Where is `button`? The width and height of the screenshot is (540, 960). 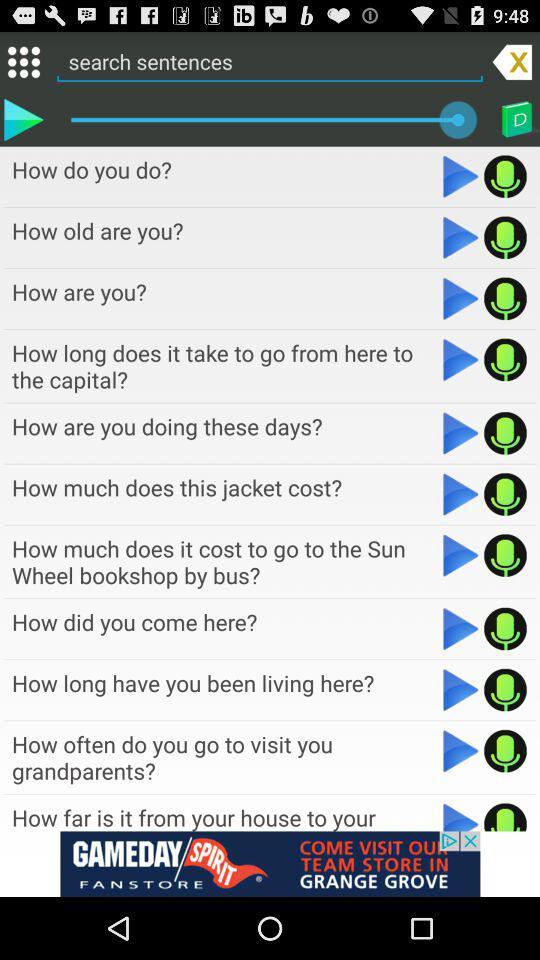 button is located at coordinates (461, 359).